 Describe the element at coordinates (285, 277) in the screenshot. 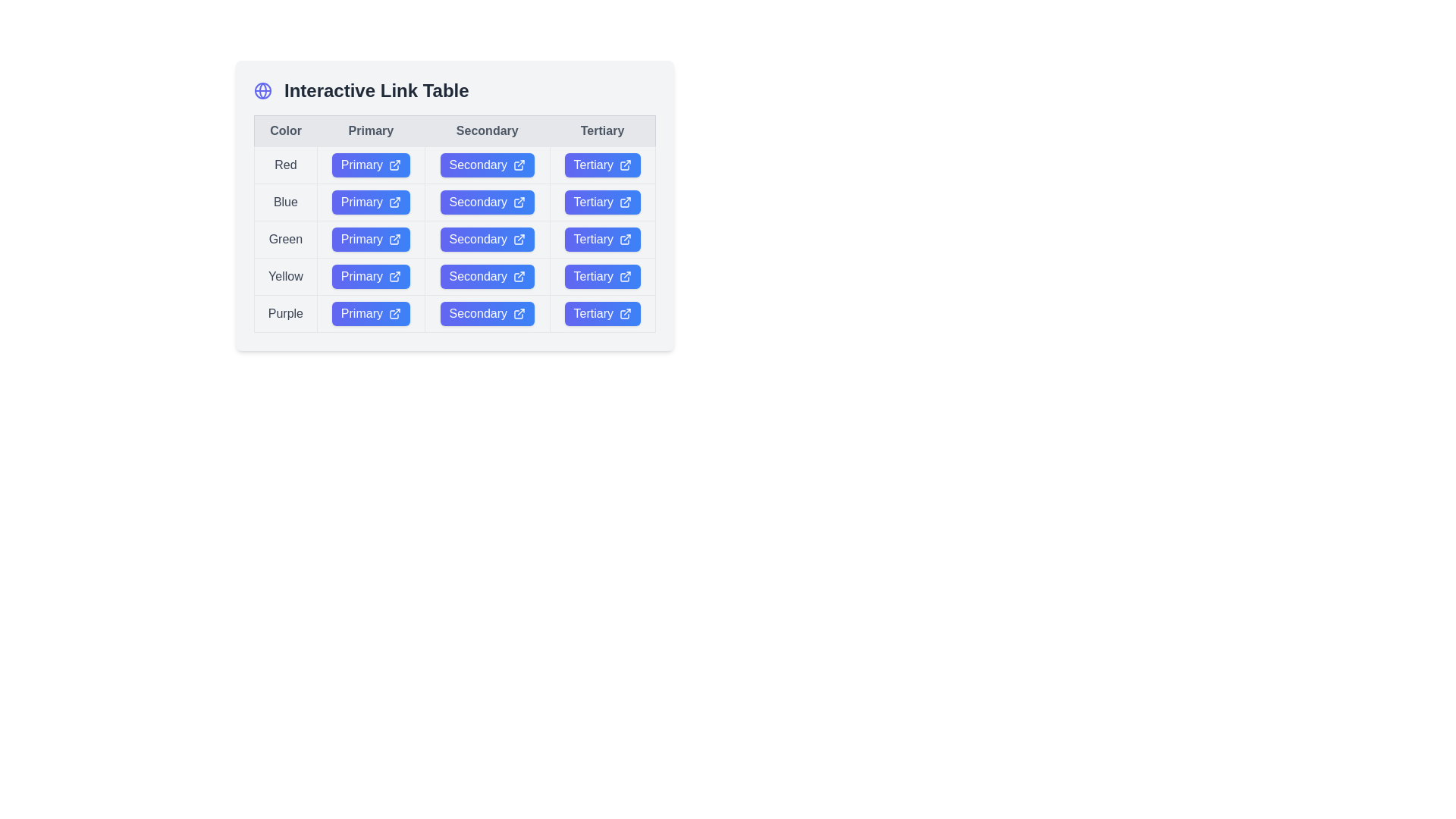

I see `the rectangular button labeled 'Yellow' with a white background and gray text, located in the fourth row under the 'Color' column` at that location.